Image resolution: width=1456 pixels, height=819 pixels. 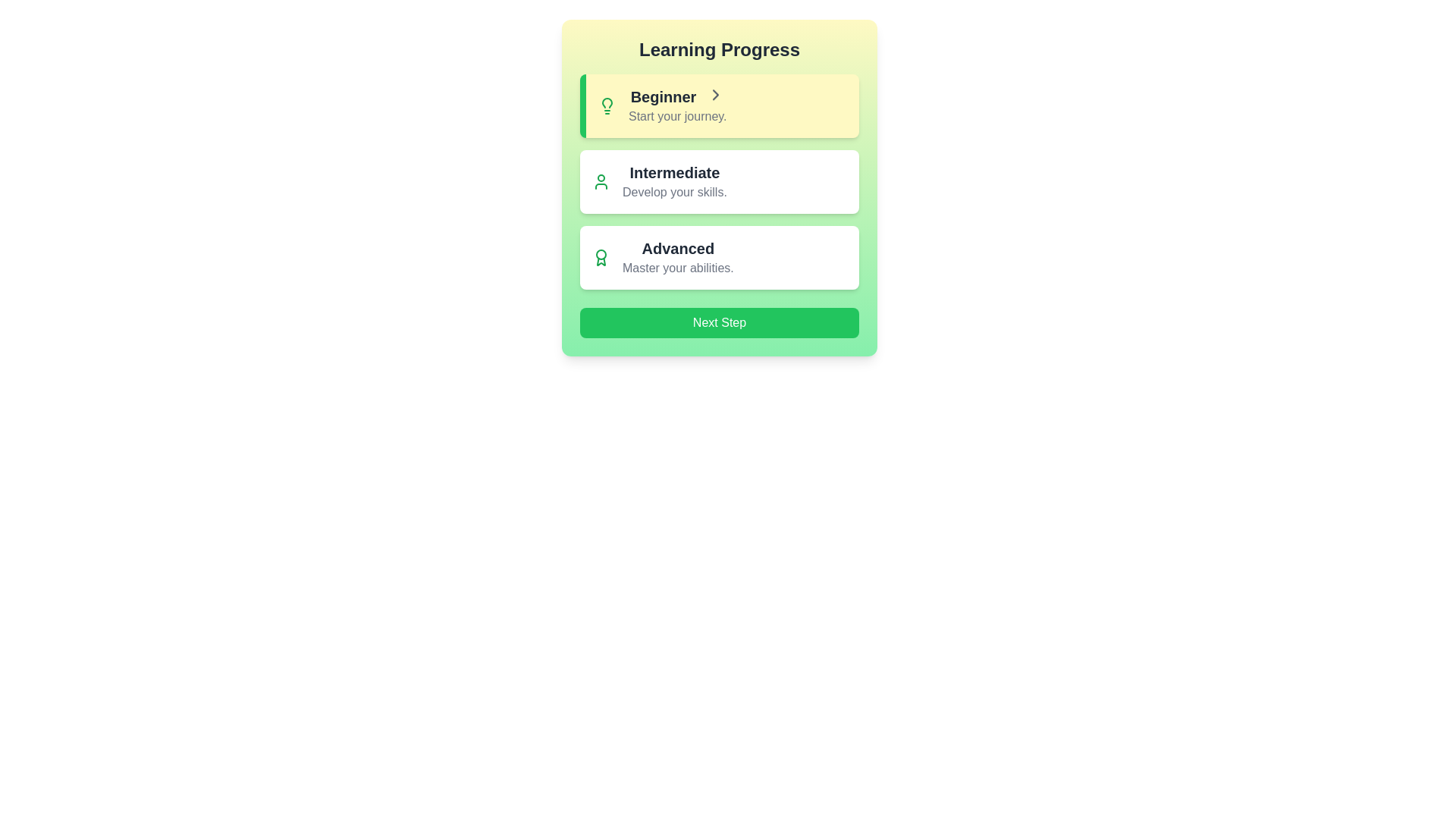 What do you see at coordinates (673, 192) in the screenshot?
I see `the text that provides additional descriptive information about the 'Intermediate' learning level, located directly under the 'Intermediate' text in the 'Learning Progress' section` at bounding box center [673, 192].